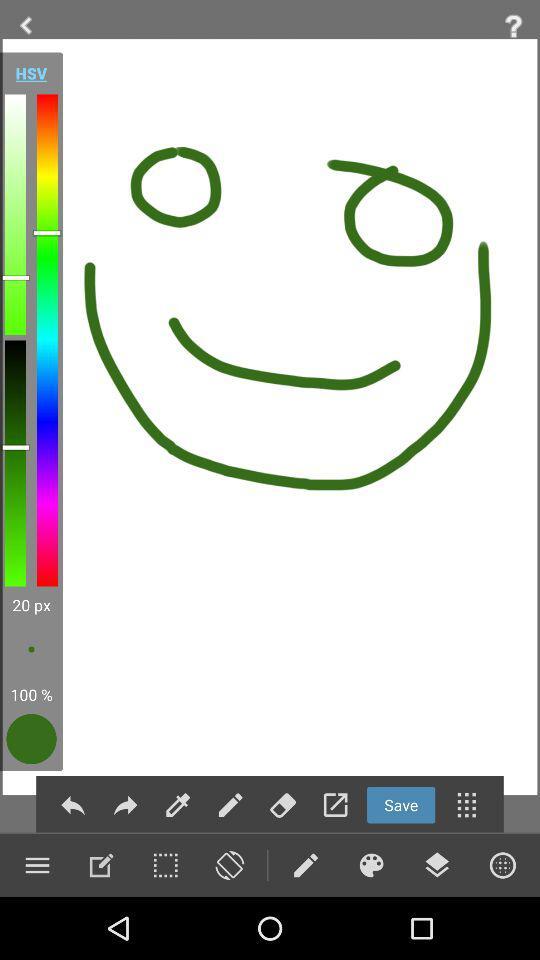 The width and height of the screenshot is (540, 960). What do you see at coordinates (513, 25) in the screenshot?
I see `help feeback` at bounding box center [513, 25].